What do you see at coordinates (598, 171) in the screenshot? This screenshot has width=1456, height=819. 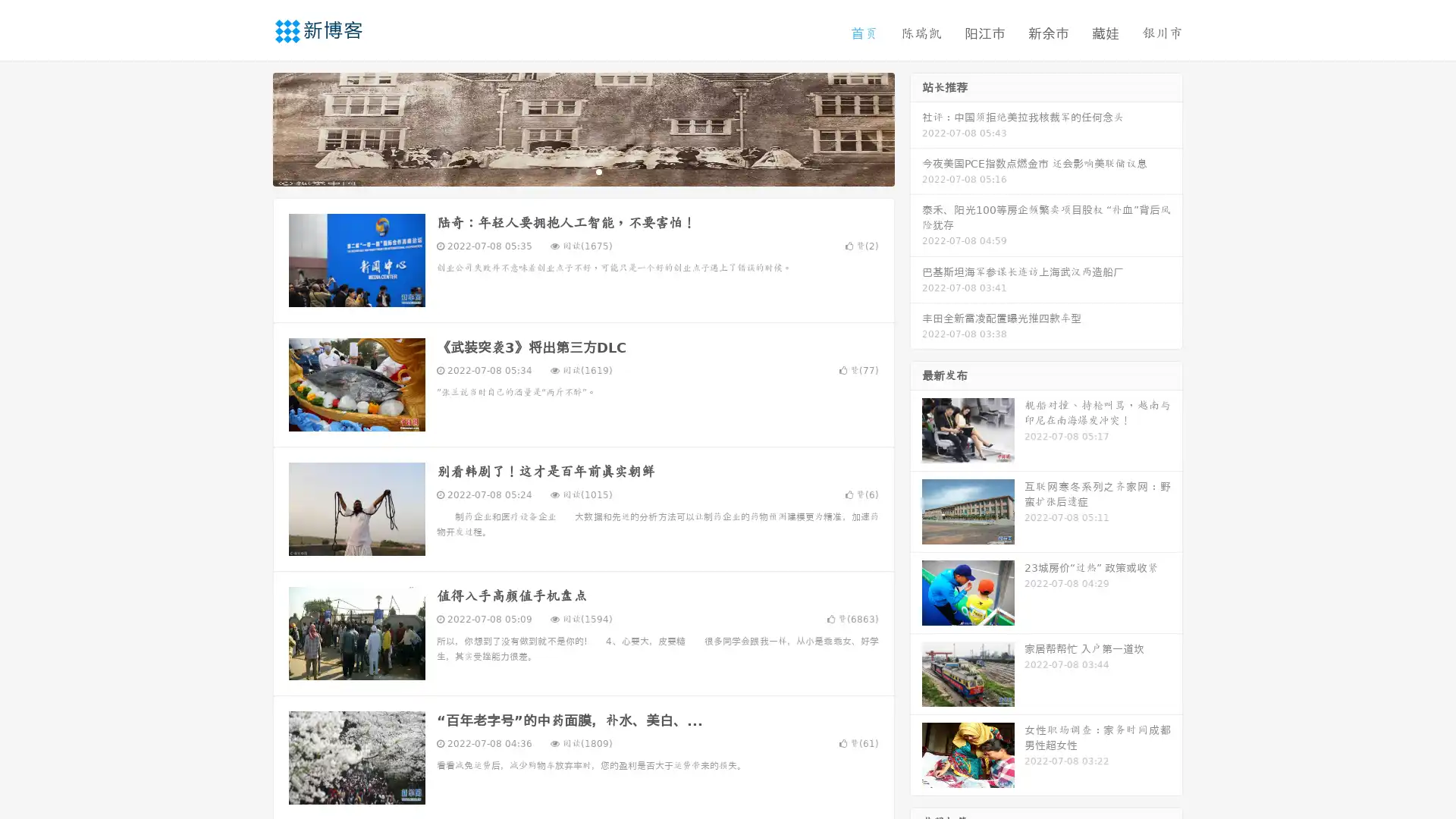 I see `Go to slide 3` at bounding box center [598, 171].